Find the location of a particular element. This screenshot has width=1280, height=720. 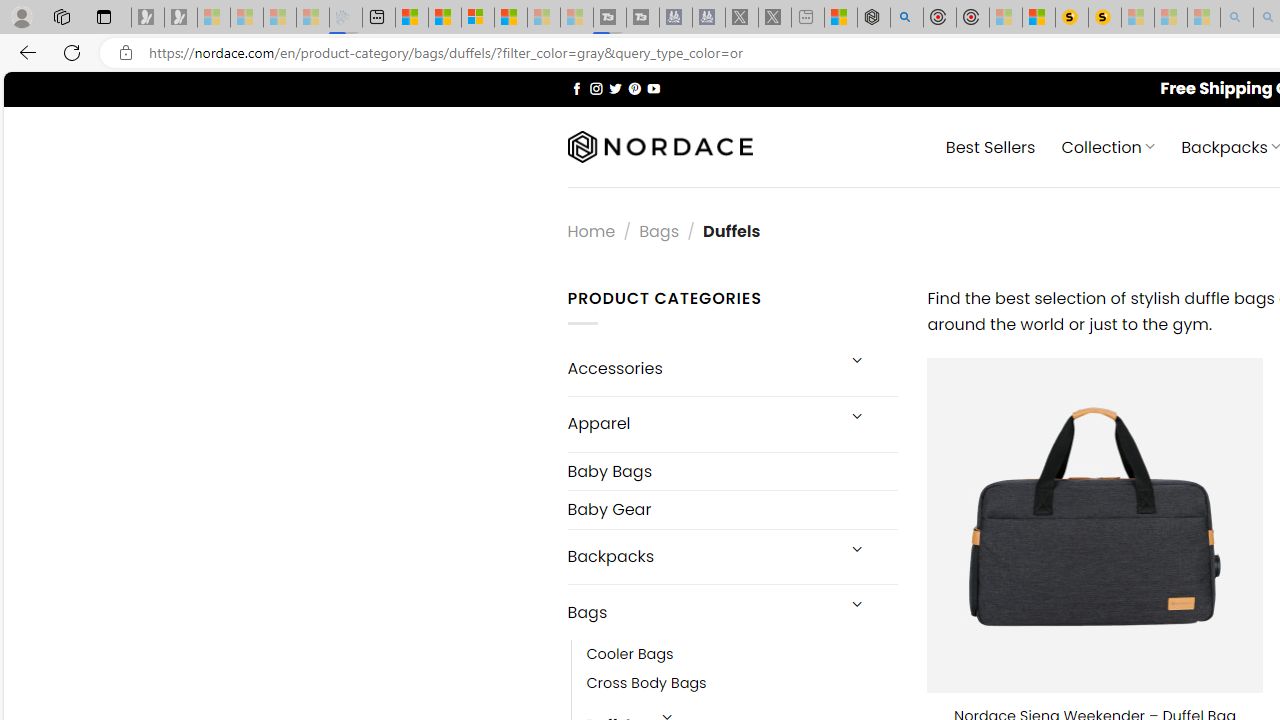

'poe - Search' is located at coordinates (905, 17).